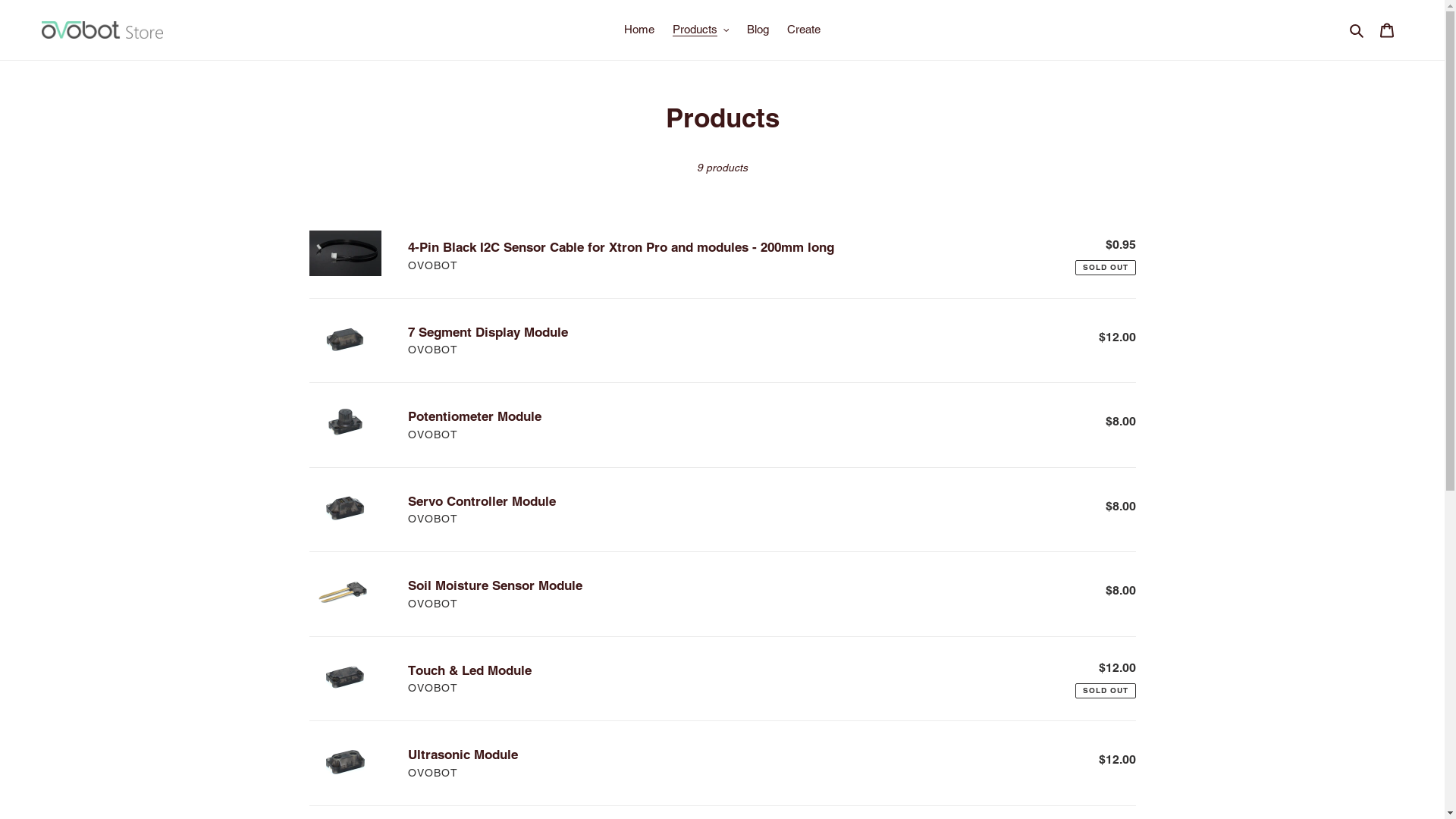 This screenshot has height=819, width=1456. Describe the element at coordinates (665, 30) in the screenshot. I see `'Products'` at that location.